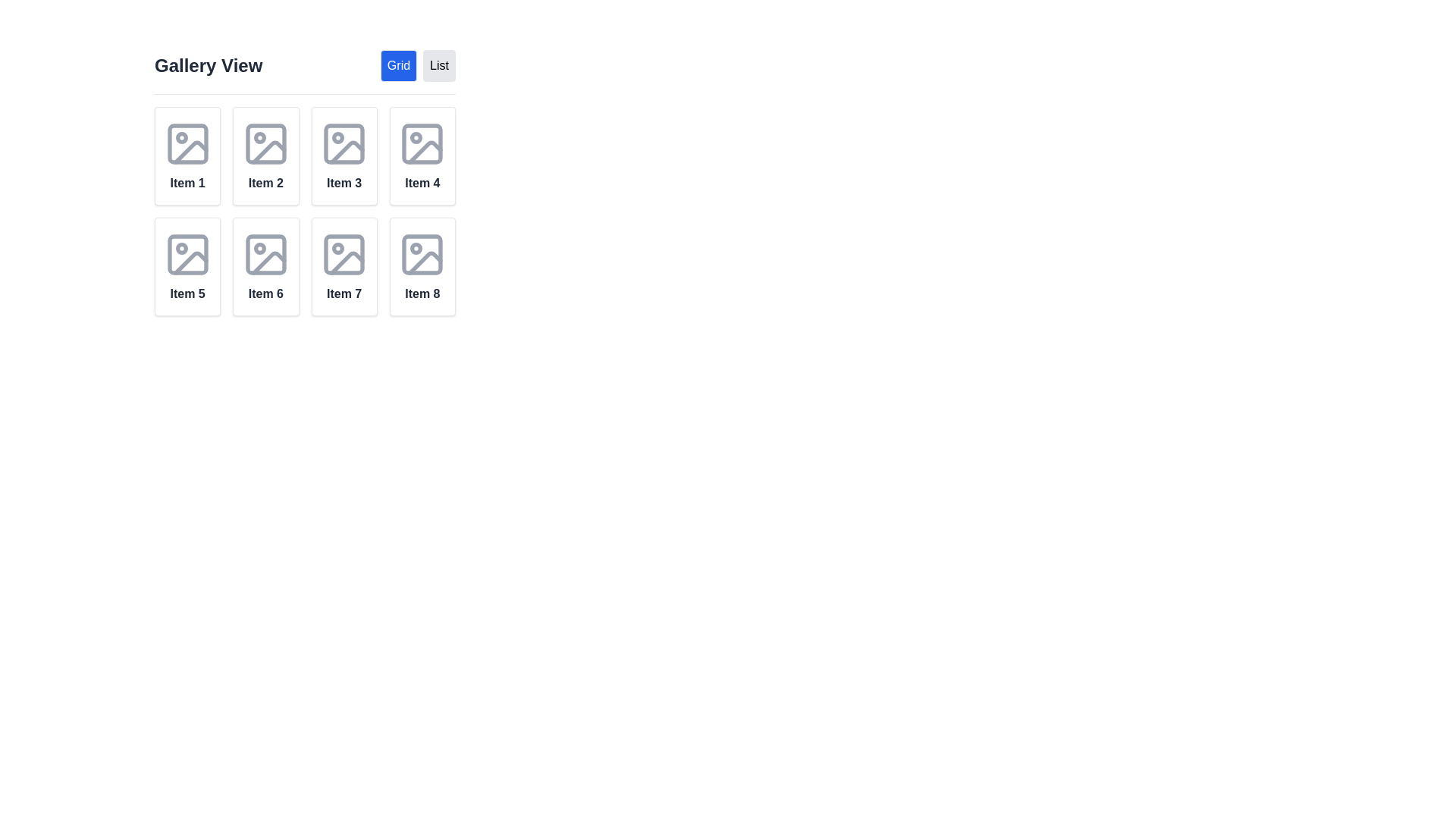 The width and height of the screenshot is (1456, 819). Describe the element at coordinates (181, 137) in the screenshot. I see `the decorative indicator located within the placeholder icon for 'Item 1' in the gallery grid, positioned toward the upper-left of the placeholder frame` at that location.